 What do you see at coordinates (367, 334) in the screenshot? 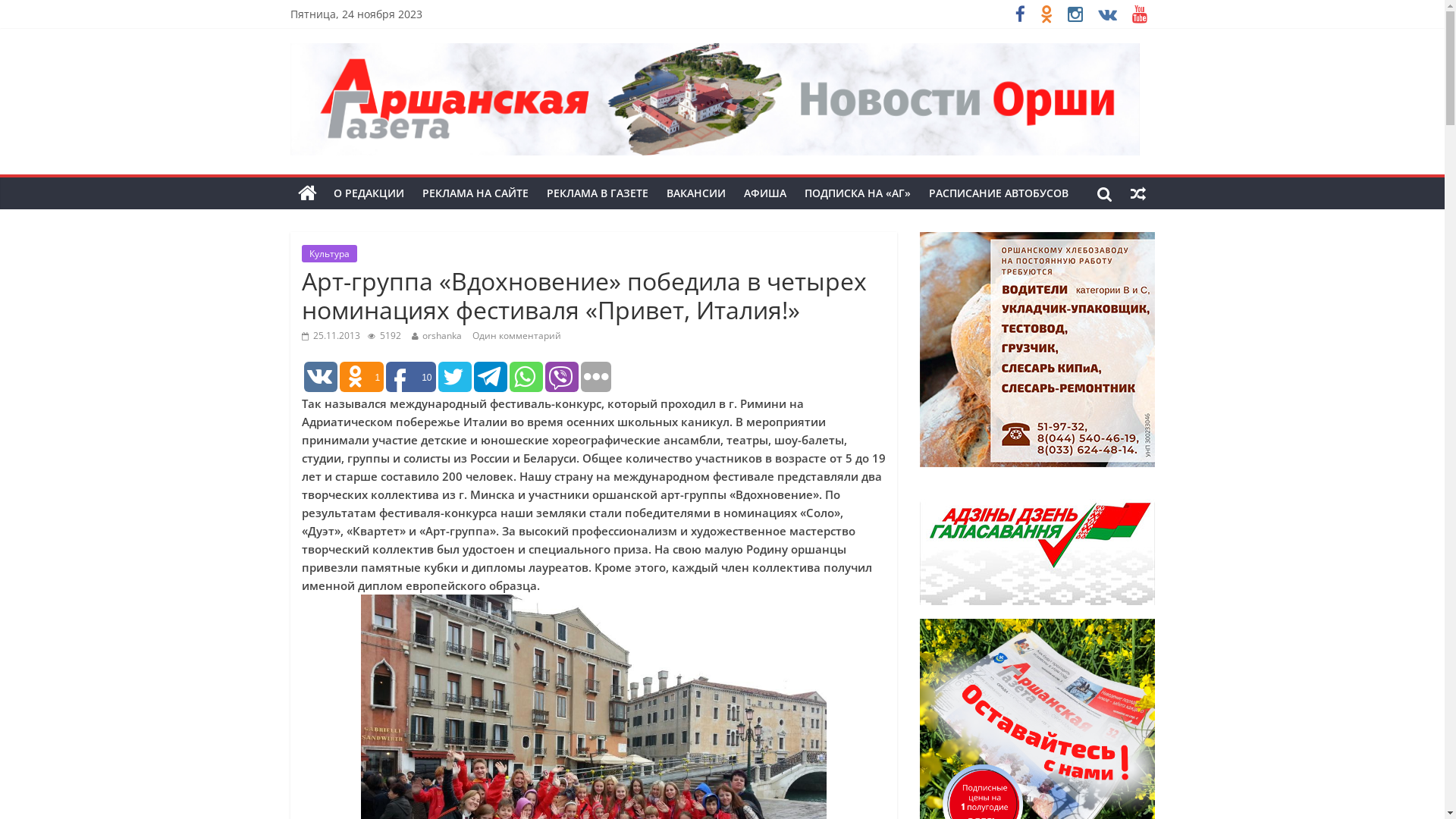
I see `'5192'` at bounding box center [367, 334].